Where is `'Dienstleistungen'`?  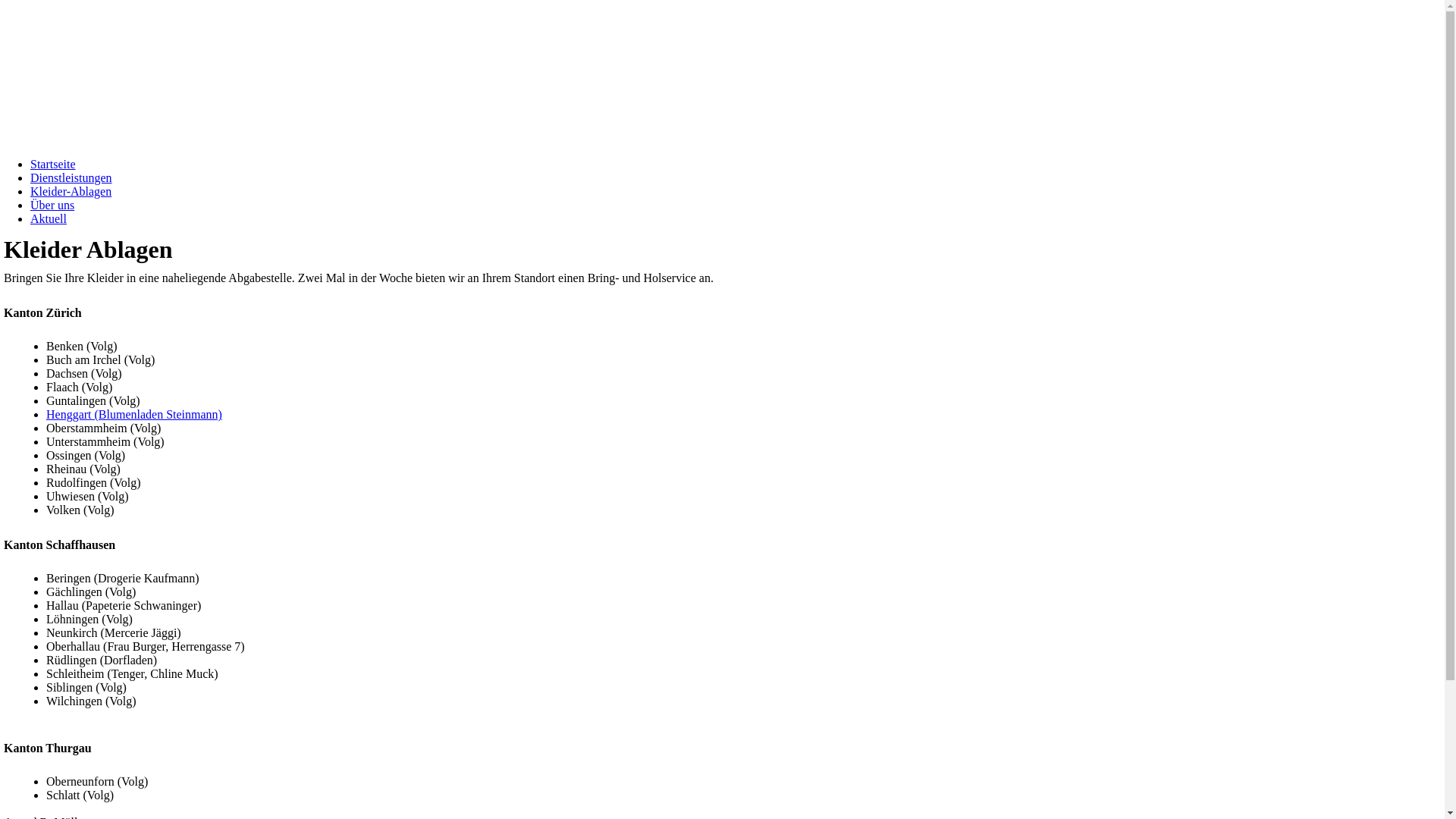 'Dienstleistungen' is located at coordinates (71, 177).